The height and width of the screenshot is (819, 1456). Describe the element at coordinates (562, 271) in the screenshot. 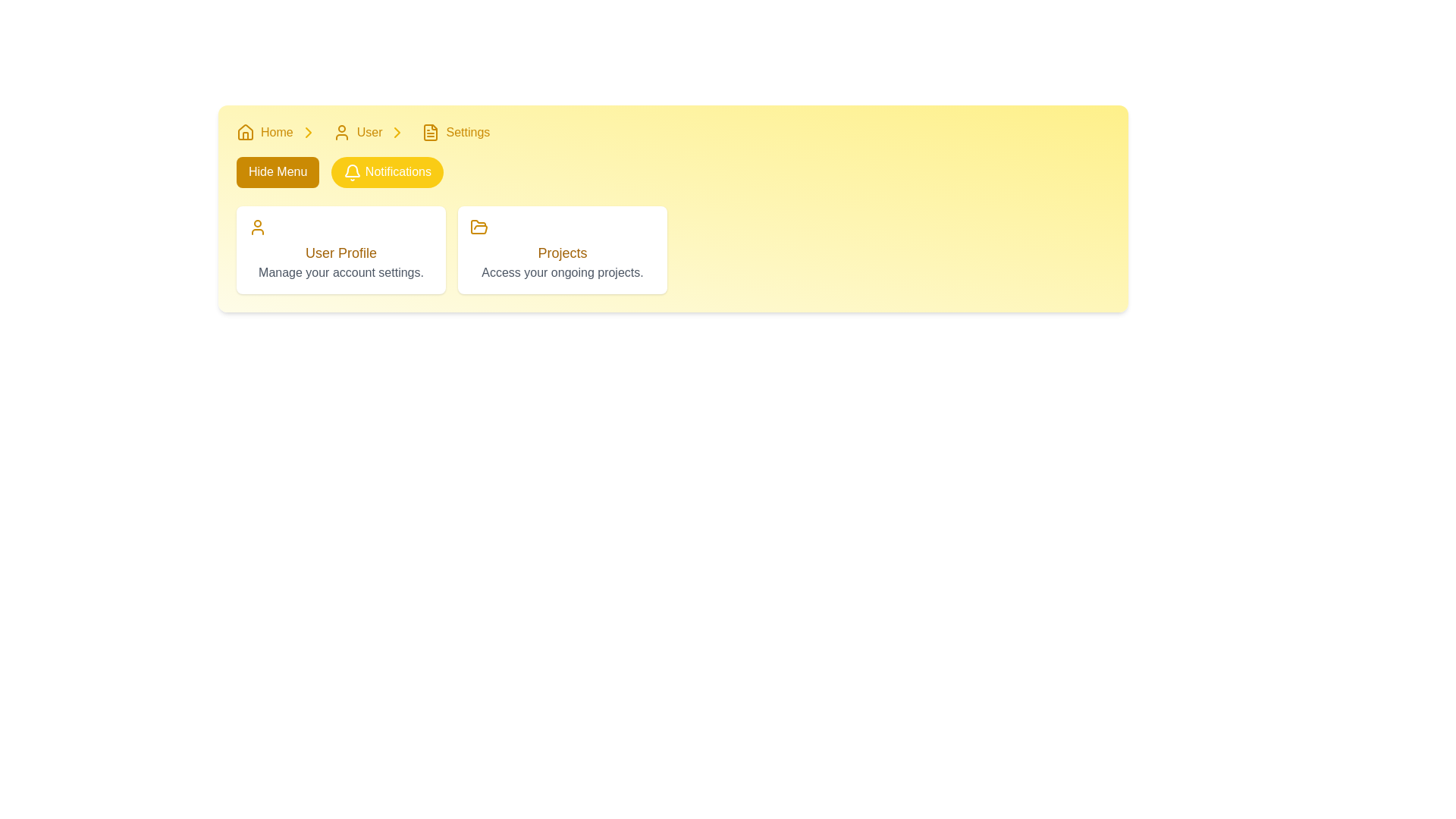

I see `the text block styled in gray that contains the content 'Access your ongoing projects.', located beneath the 'Projects' text within a white card with rounded corners` at that location.